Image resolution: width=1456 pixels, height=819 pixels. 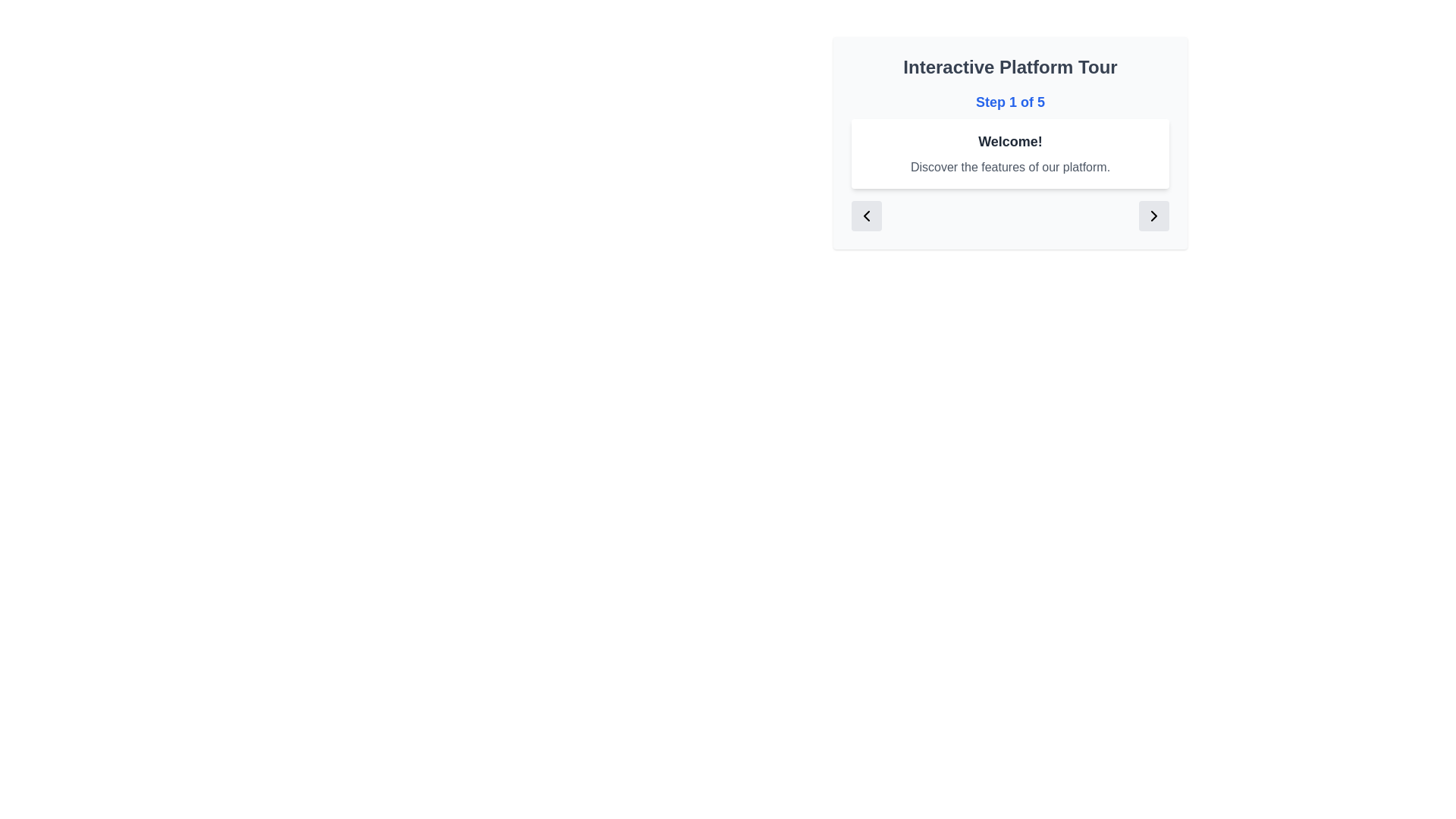 I want to click on the rightward-pointing chevron icon located at the bottom-right corner of the 'Interactive Platform Tour' dialog box, so click(x=1153, y=216).